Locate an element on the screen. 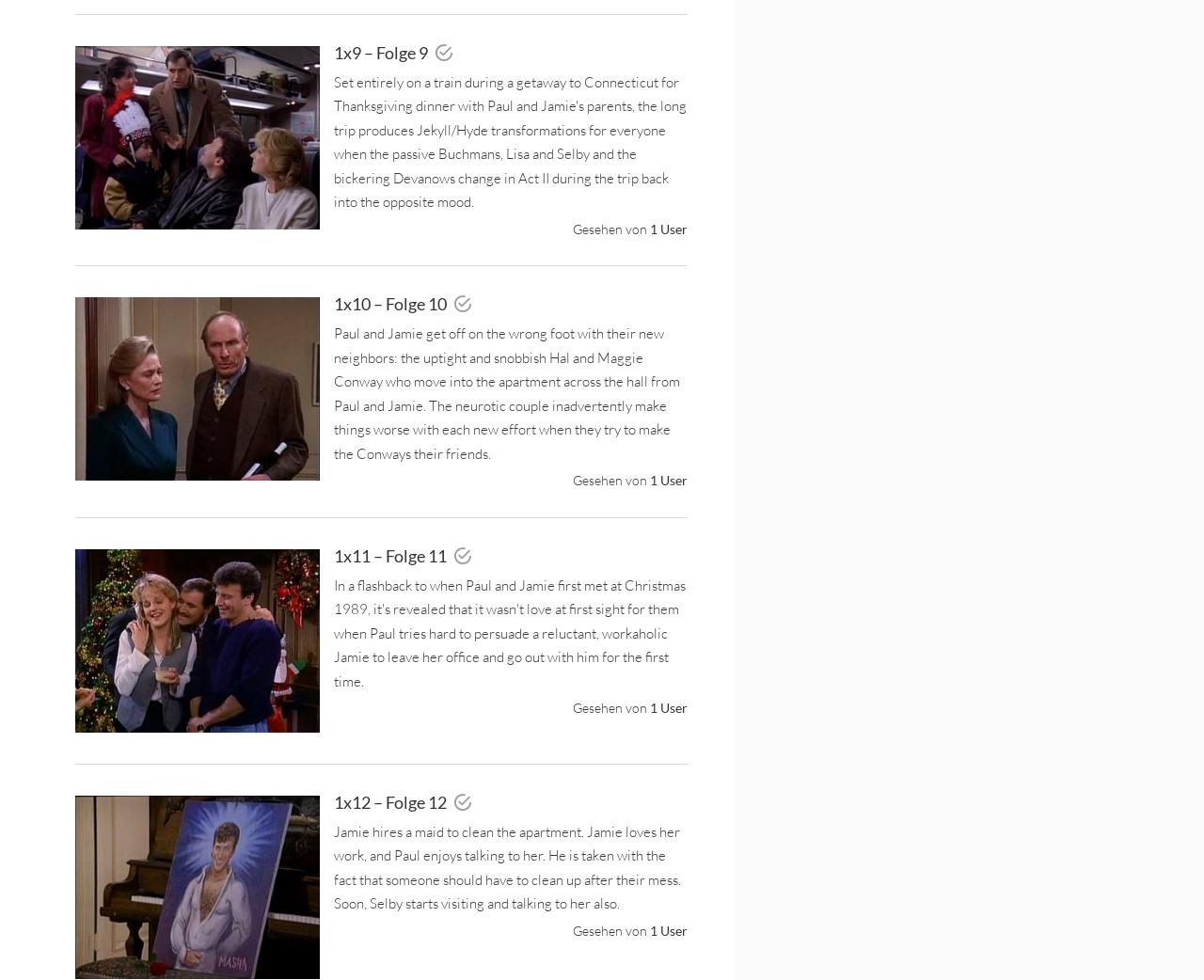 This screenshot has height=980, width=1204. 'In a flashback to when Paul and Jamie first met at Christmas 1989, it's revealed that it wasn't love at first sight for them when Paul tries hard to persuade a reluctant, workaholic Jamie to leave her office and go out with him for the first time.' is located at coordinates (509, 632).